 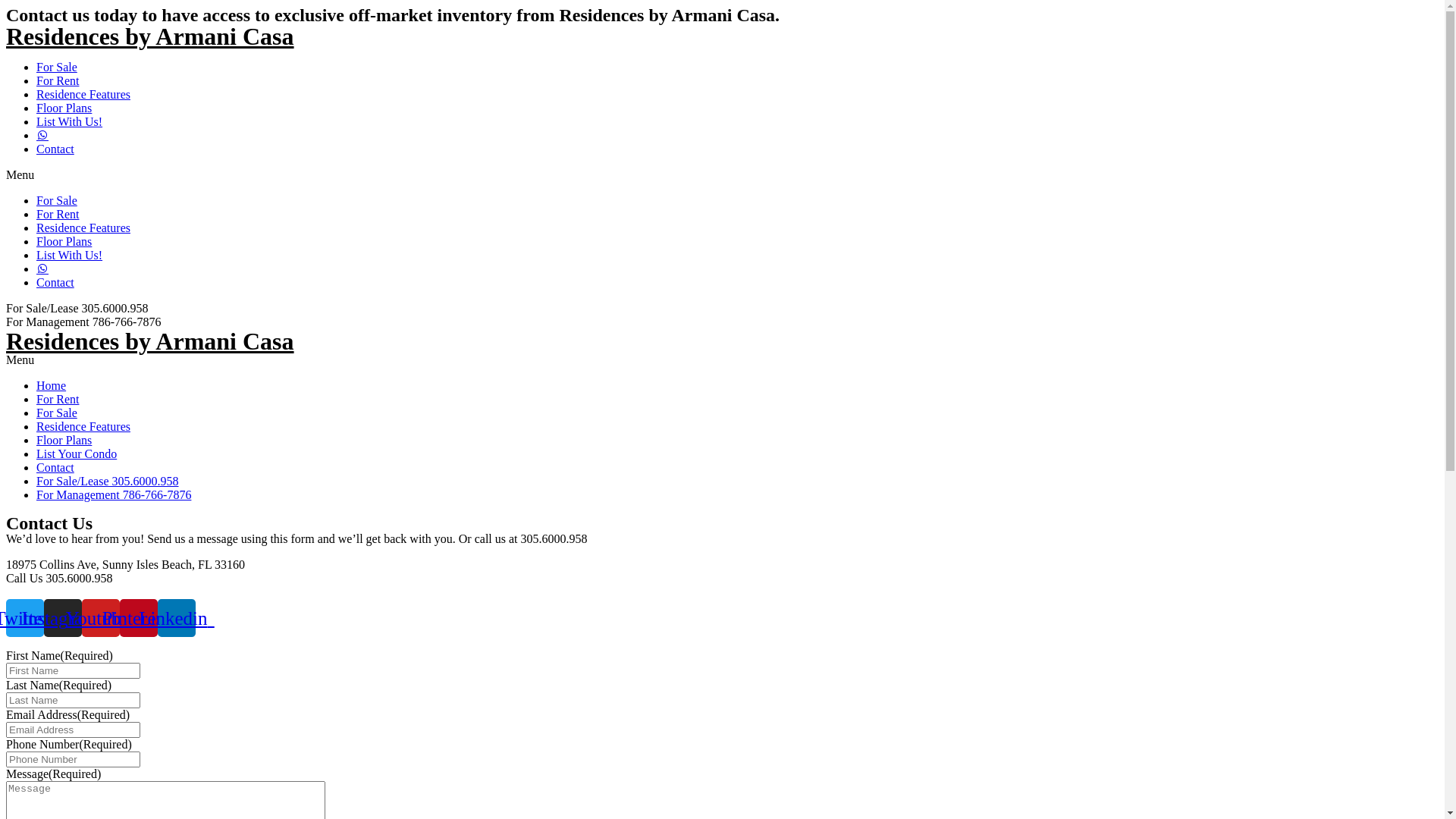 What do you see at coordinates (36, 384) in the screenshot?
I see `'Home'` at bounding box center [36, 384].